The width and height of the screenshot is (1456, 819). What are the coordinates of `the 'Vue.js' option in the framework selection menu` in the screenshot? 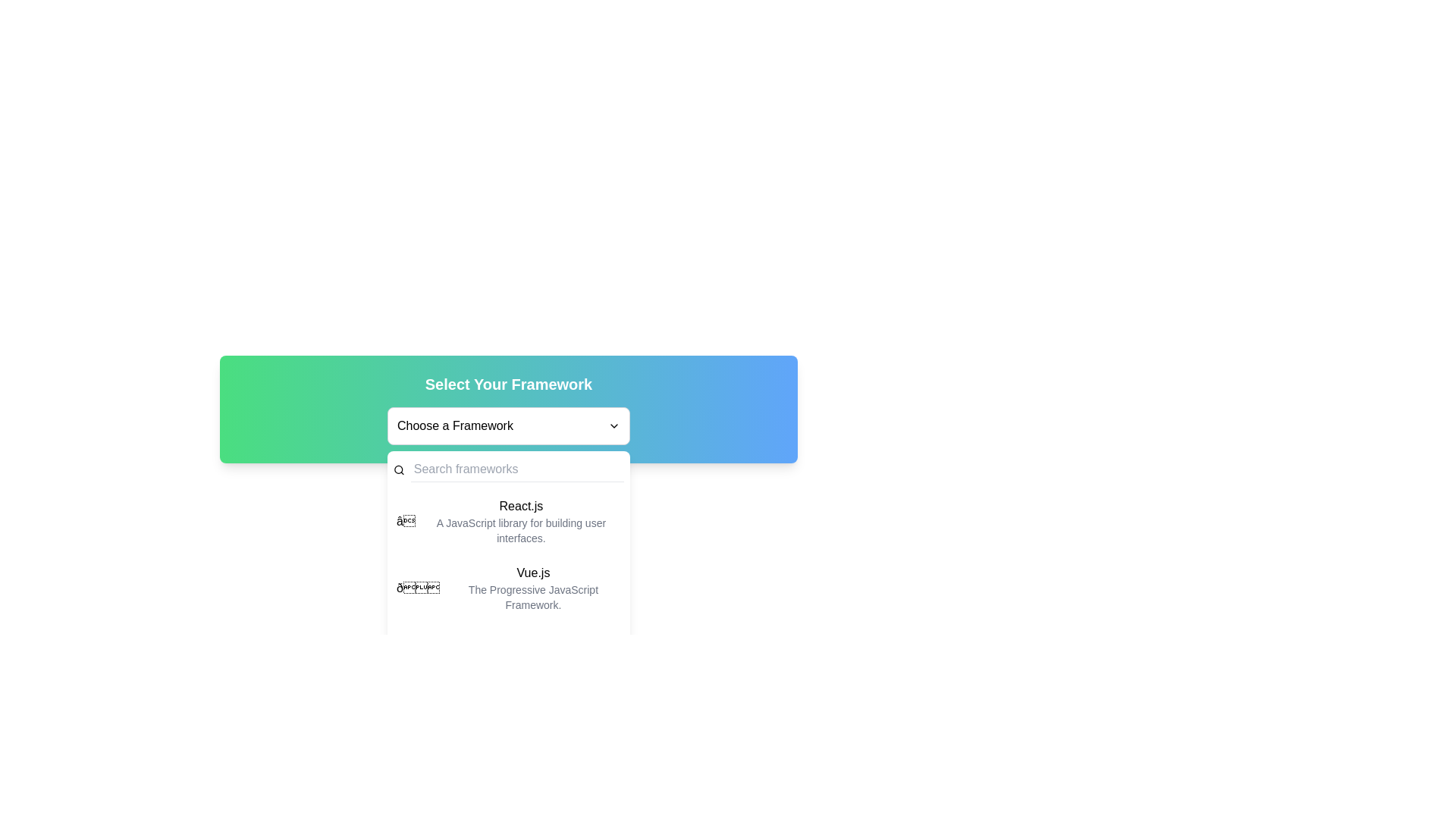 It's located at (533, 573).